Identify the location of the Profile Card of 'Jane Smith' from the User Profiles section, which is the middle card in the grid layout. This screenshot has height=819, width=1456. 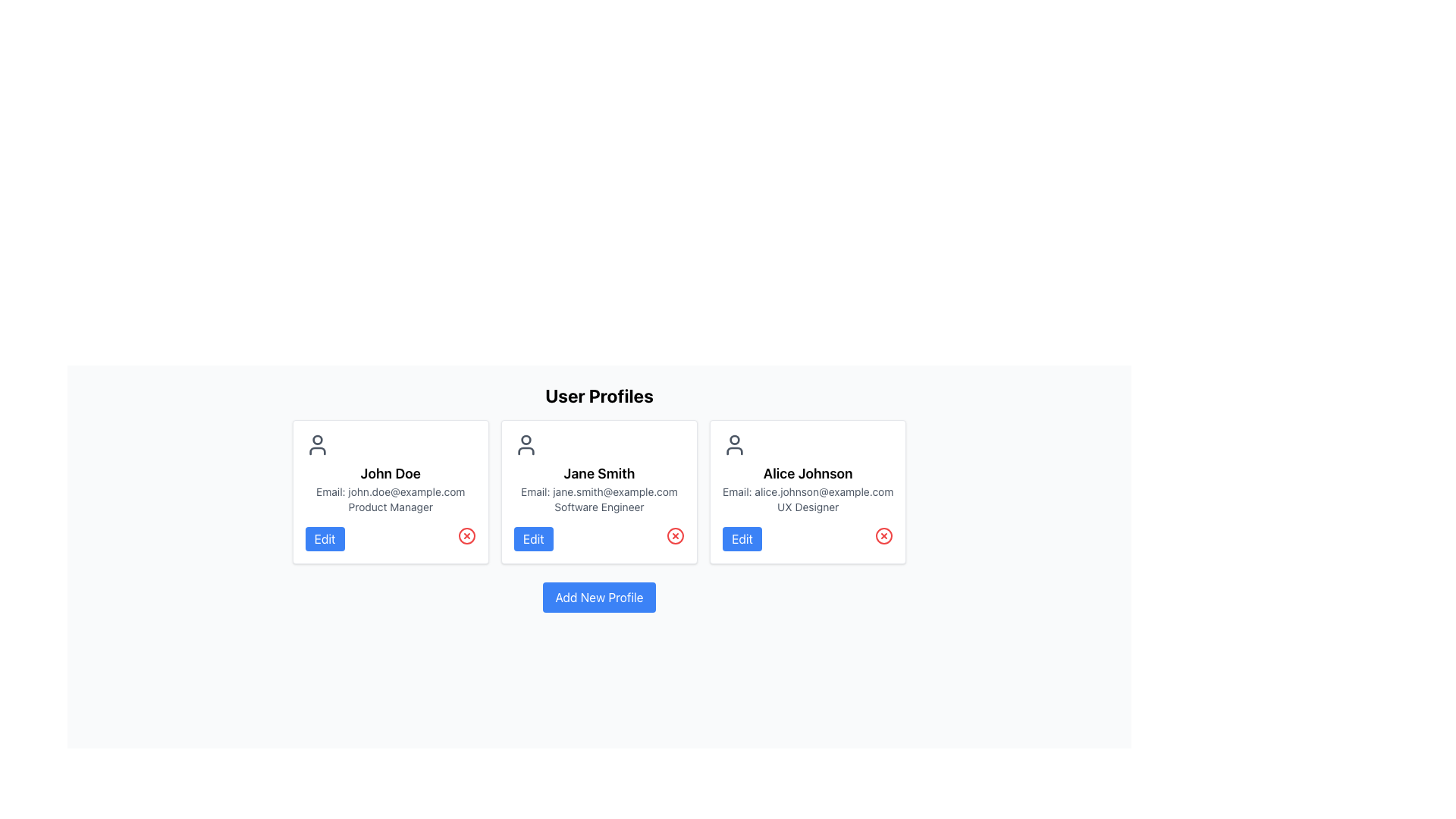
(598, 491).